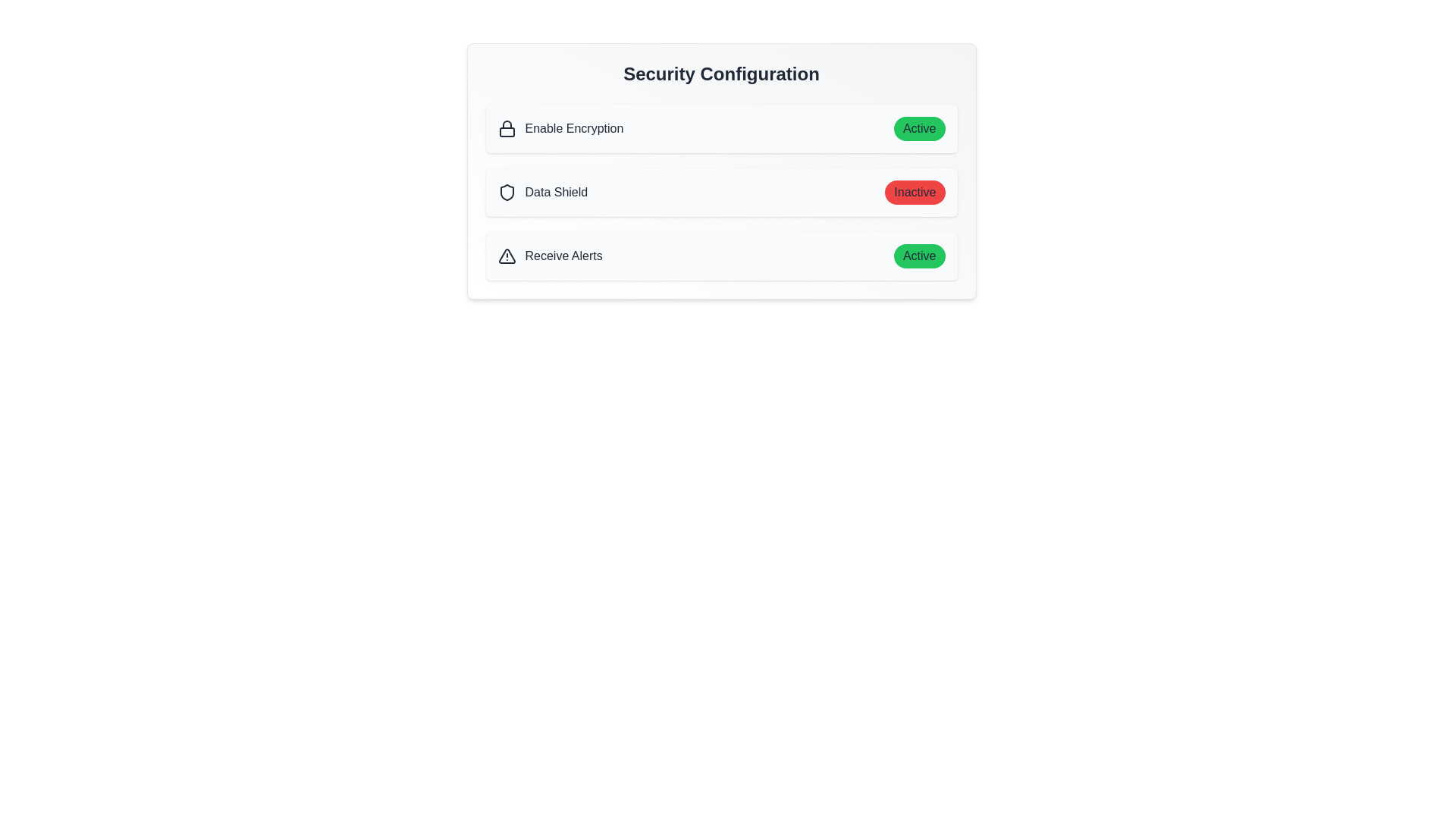 The width and height of the screenshot is (1456, 819). What do you see at coordinates (918, 256) in the screenshot?
I see `the 'Active' text label displayed in bold style within a green rounded rectangle button, located in the third row of the status indicators in the 'Security Configuration' panel` at bounding box center [918, 256].